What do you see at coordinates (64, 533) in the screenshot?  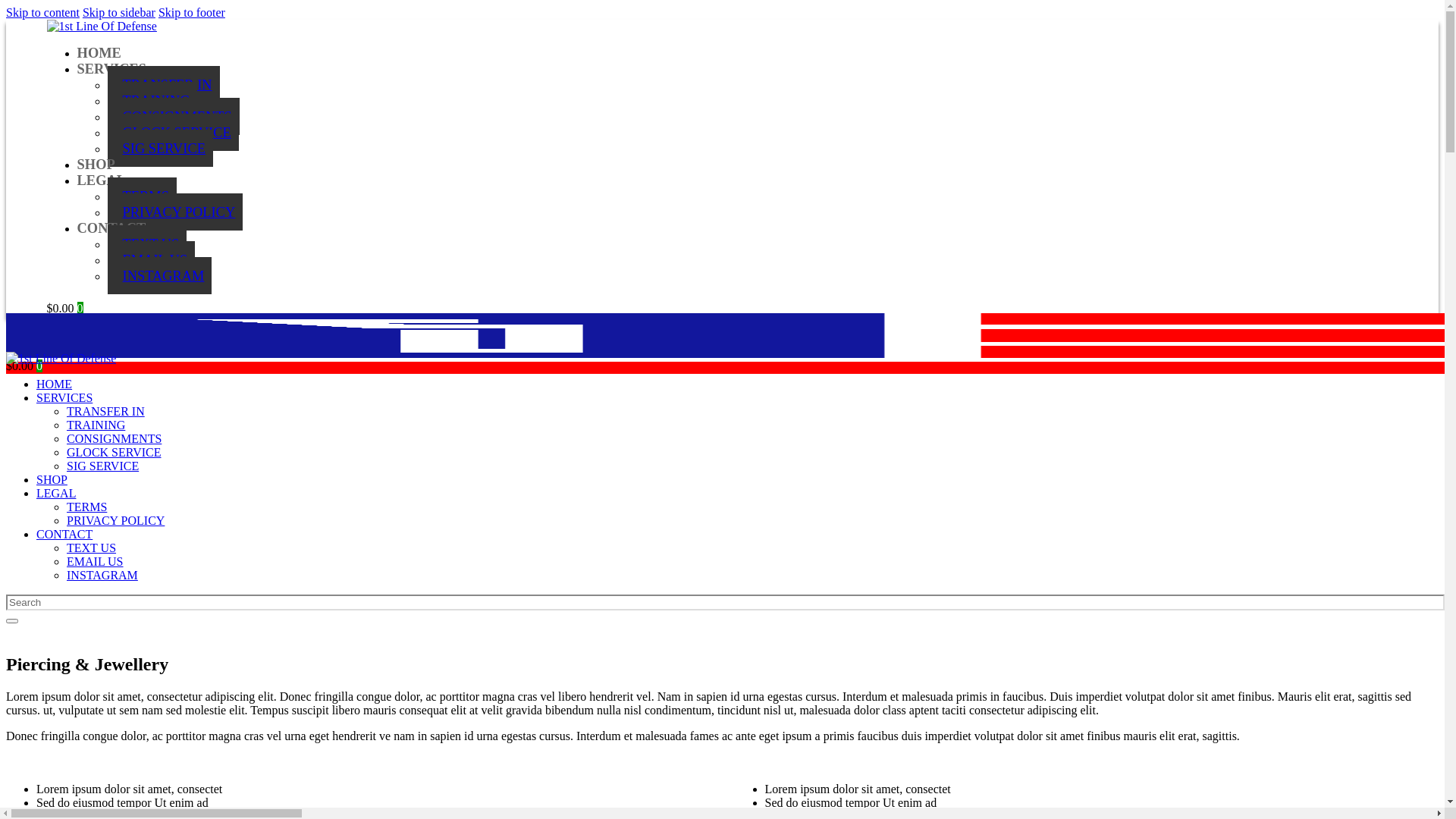 I see `'CONTACT'` at bounding box center [64, 533].